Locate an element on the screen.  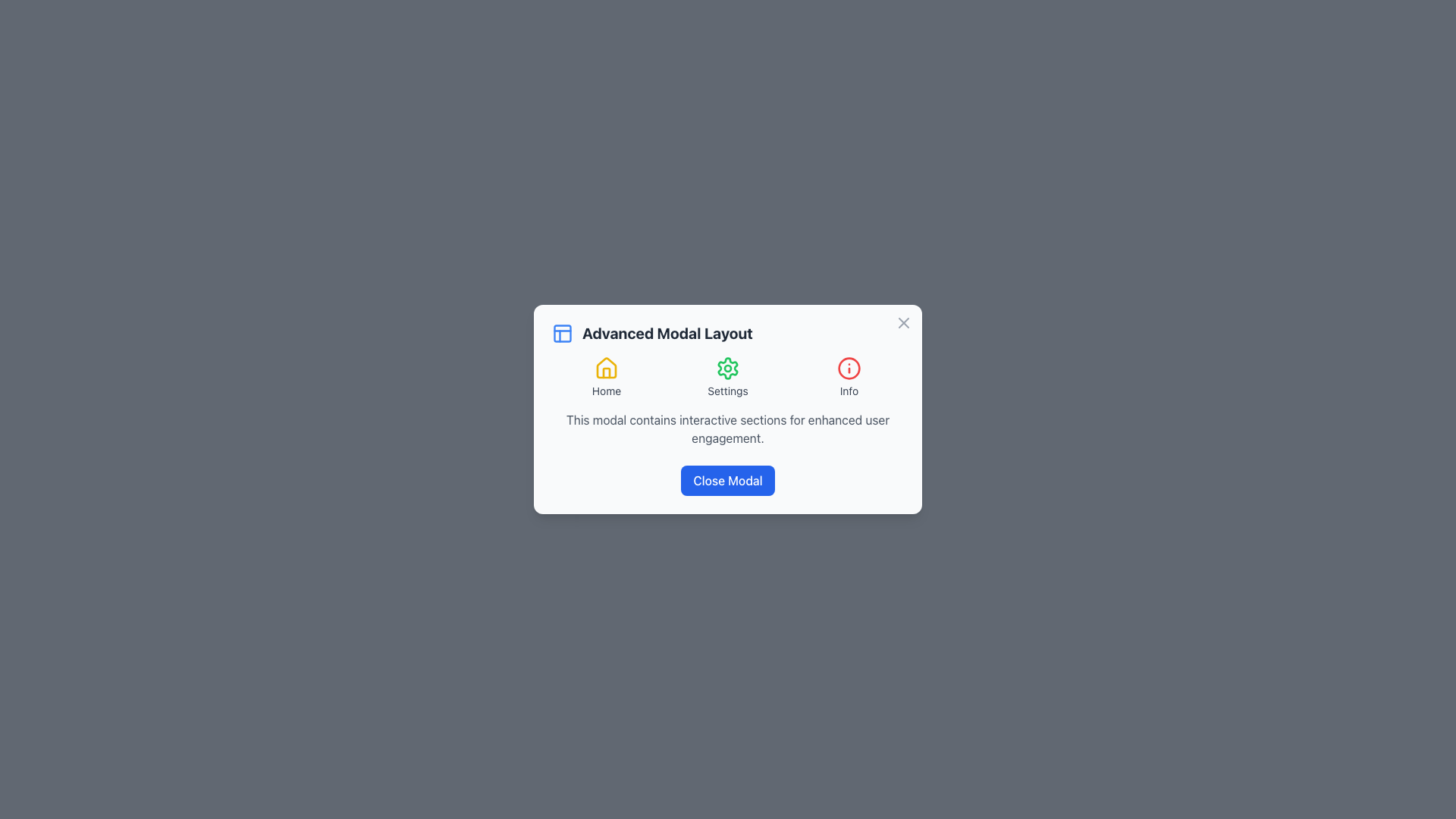
the close button located in the top-right corner of the modal is located at coordinates (903, 322).